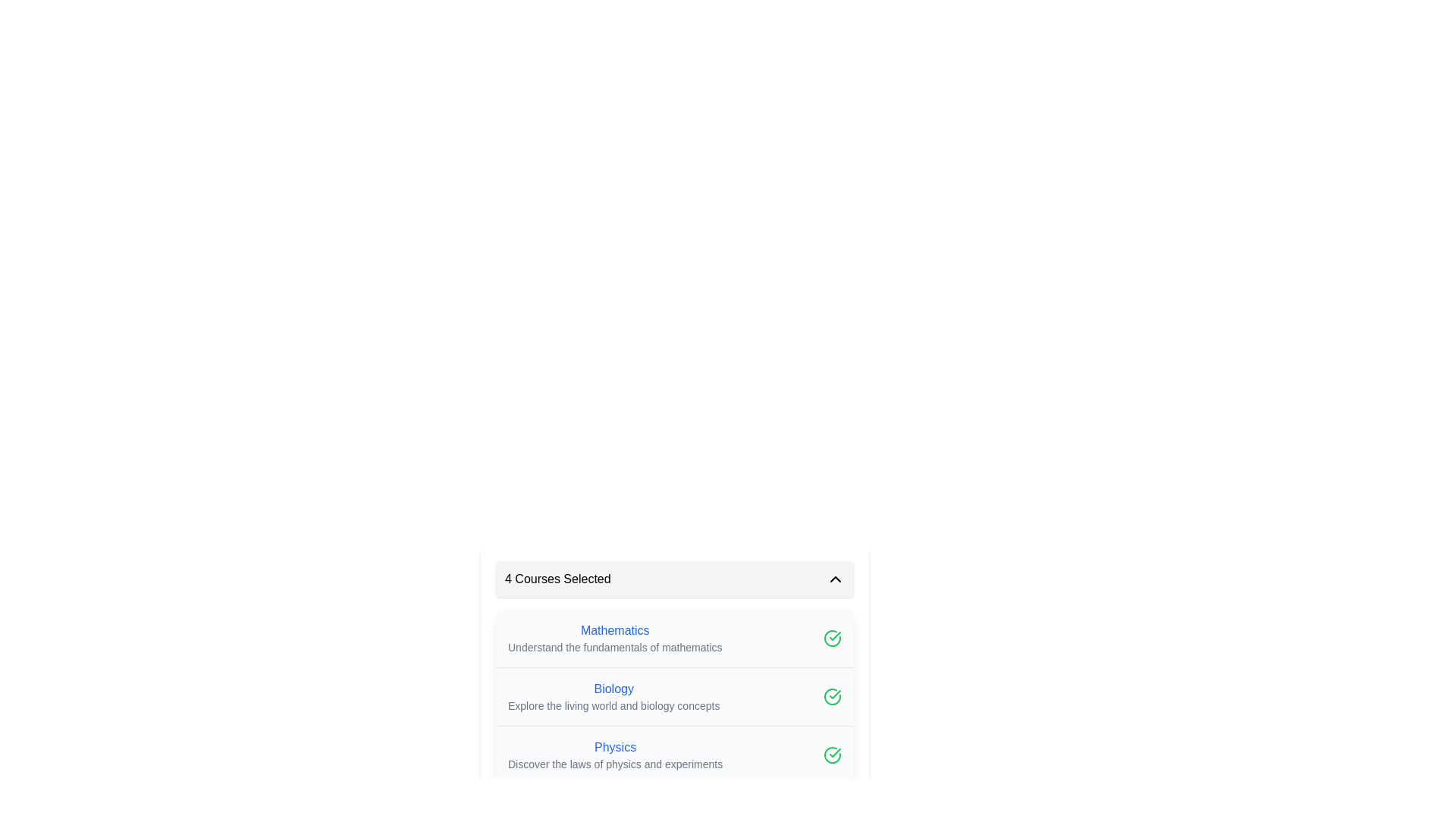 The width and height of the screenshot is (1456, 819). Describe the element at coordinates (834, 636) in the screenshot. I see `the checkmark icon within the circular green icon indicating the confirmation for the 'Biology' section in the '4 Courses Selected' dropdown menu` at that location.